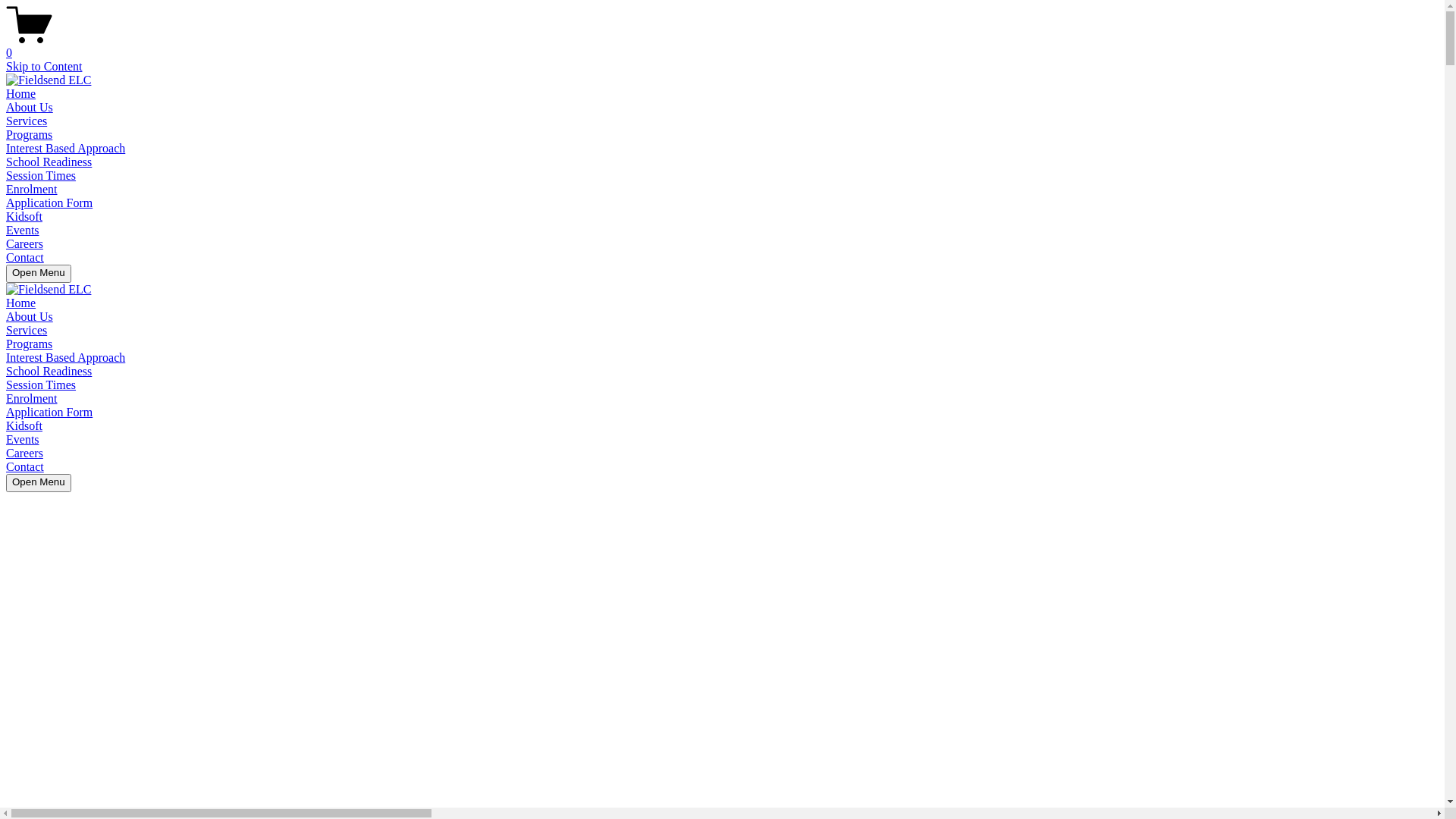 This screenshot has width=1456, height=819. What do you see at coordinates (39, 482) in the screenshot?
I see `'Open Menu'` at bounding box center [39, 482].